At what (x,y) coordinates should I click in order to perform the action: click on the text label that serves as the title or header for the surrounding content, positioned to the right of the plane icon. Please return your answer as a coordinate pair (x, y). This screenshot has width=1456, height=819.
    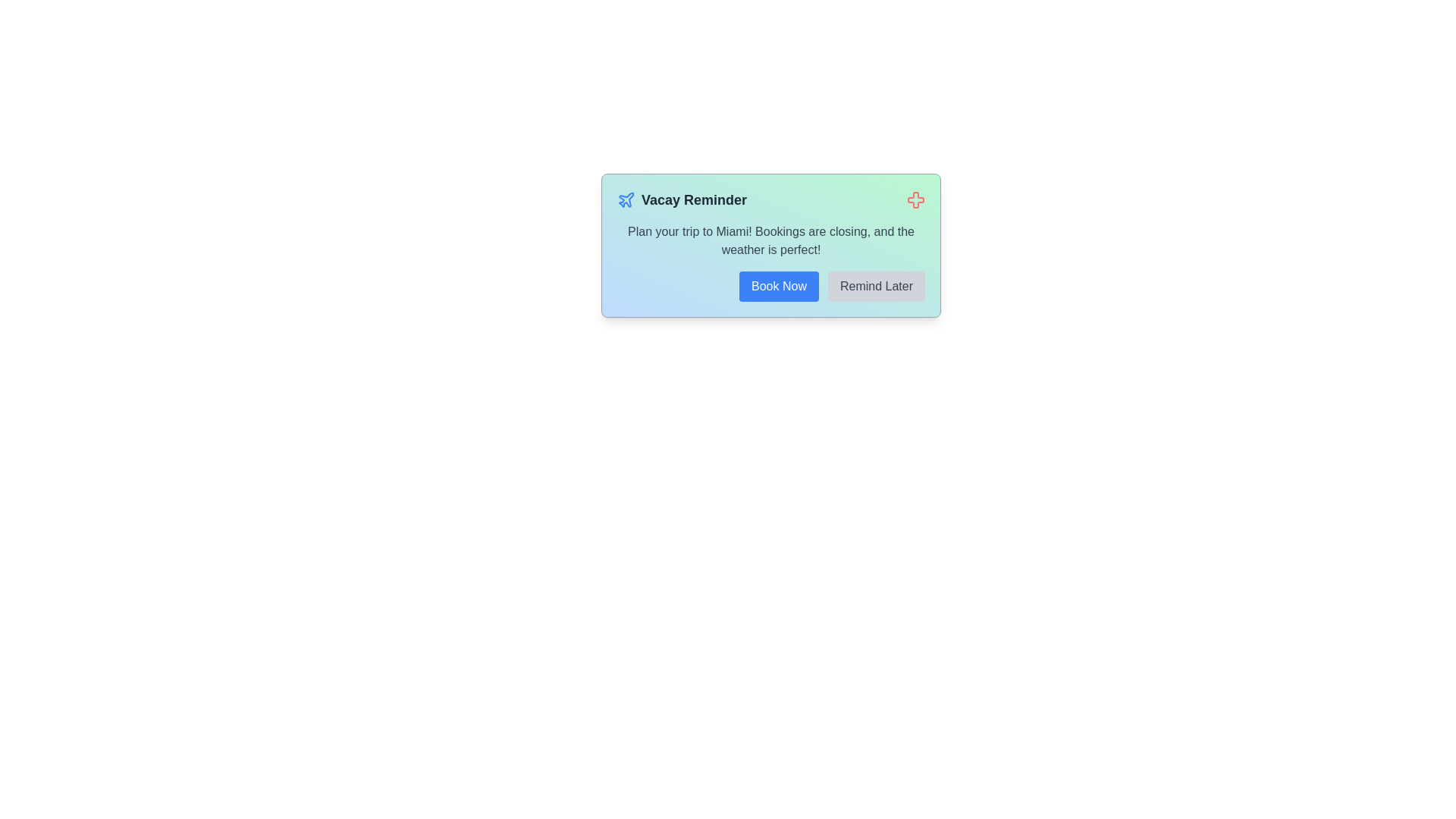
    Looking at the image, I should click on (693, 199).